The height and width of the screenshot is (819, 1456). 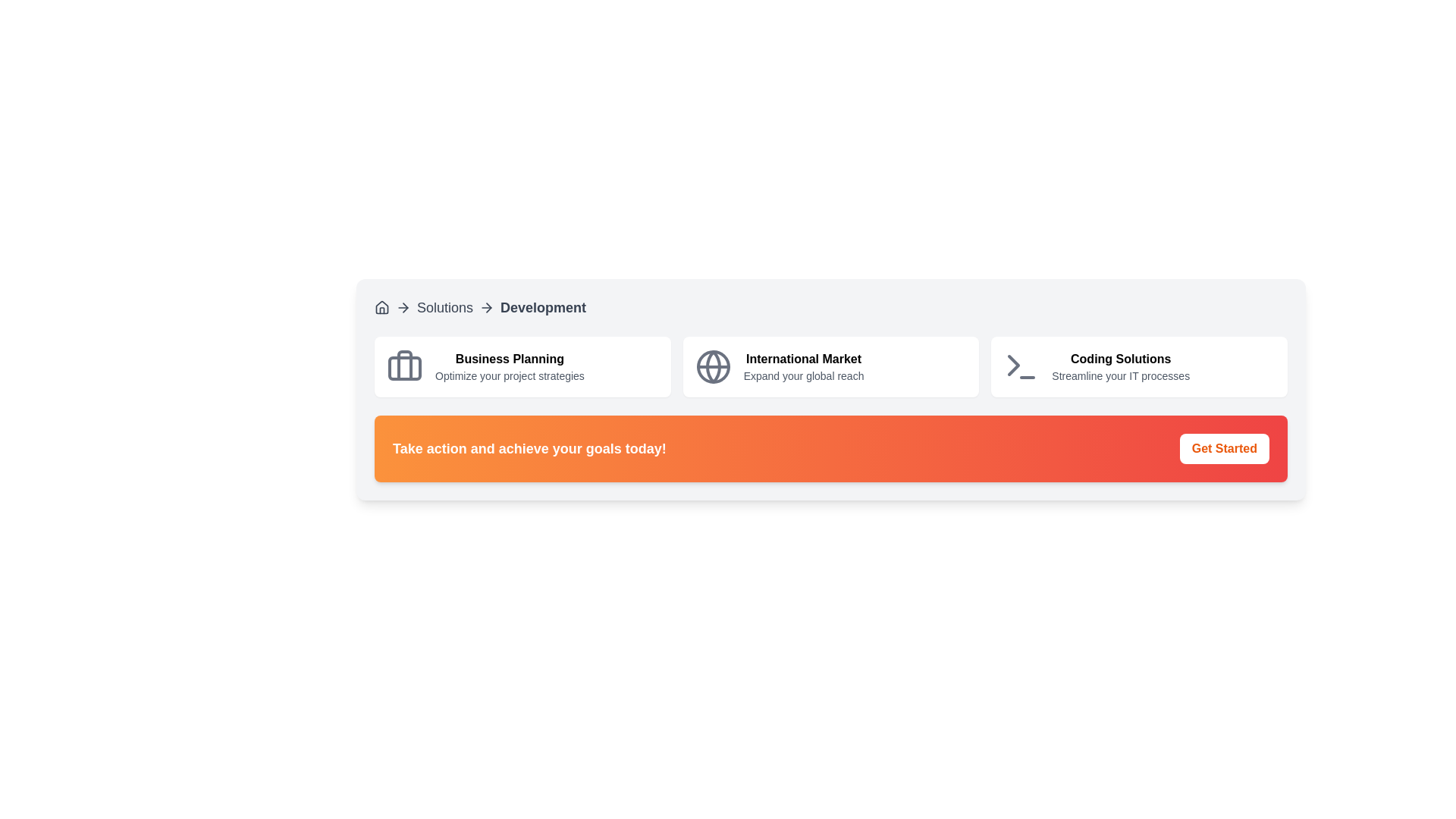 I want to click on the static text element displaying 'Streamline your IT processes' in gray font, which is positioned beneath the 'Coding Solutions' headline within the rightmost card, so click(x=1121, y=375).